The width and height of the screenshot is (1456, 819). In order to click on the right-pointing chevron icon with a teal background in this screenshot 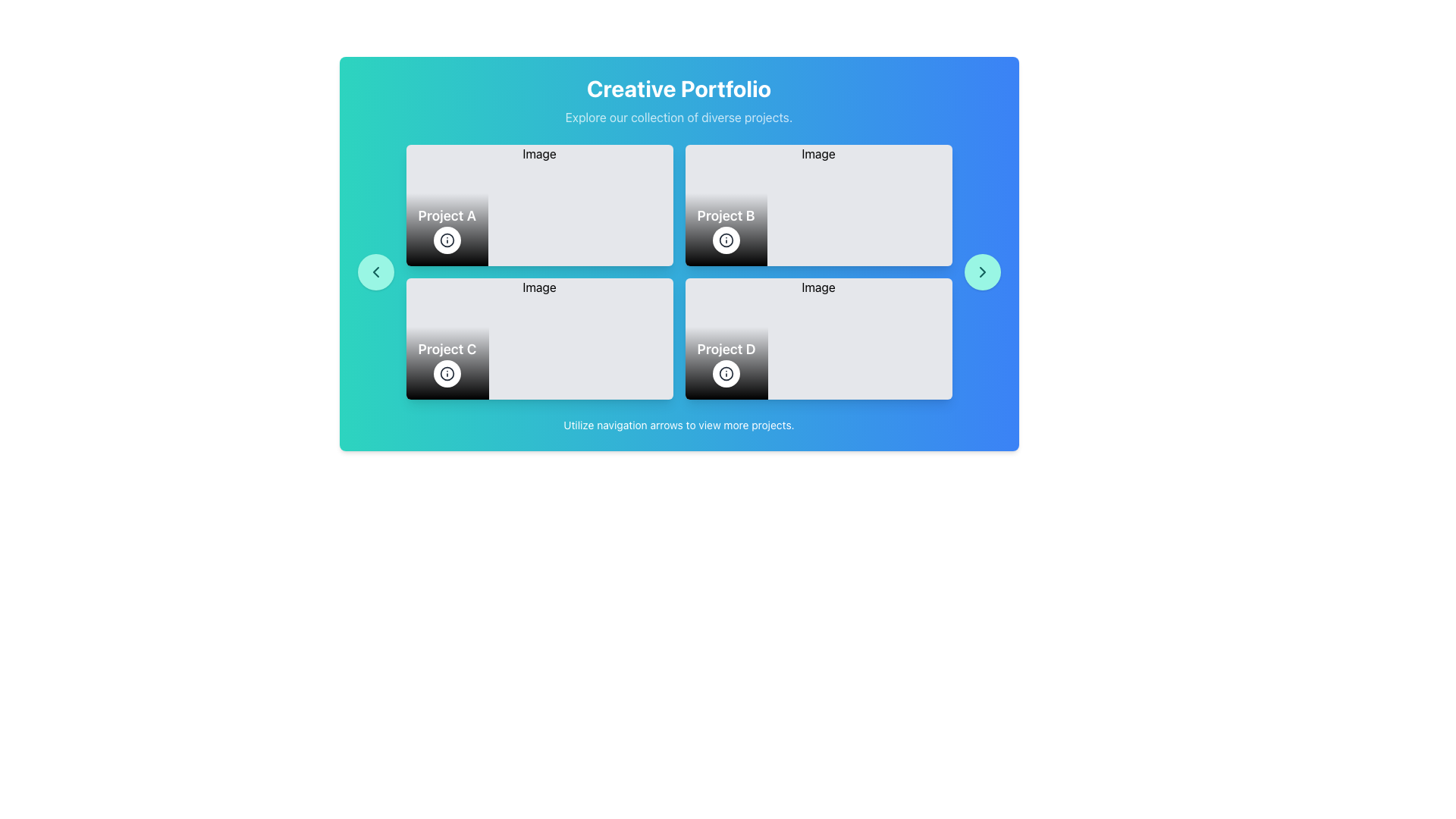, I will do `click(982, 271)`.